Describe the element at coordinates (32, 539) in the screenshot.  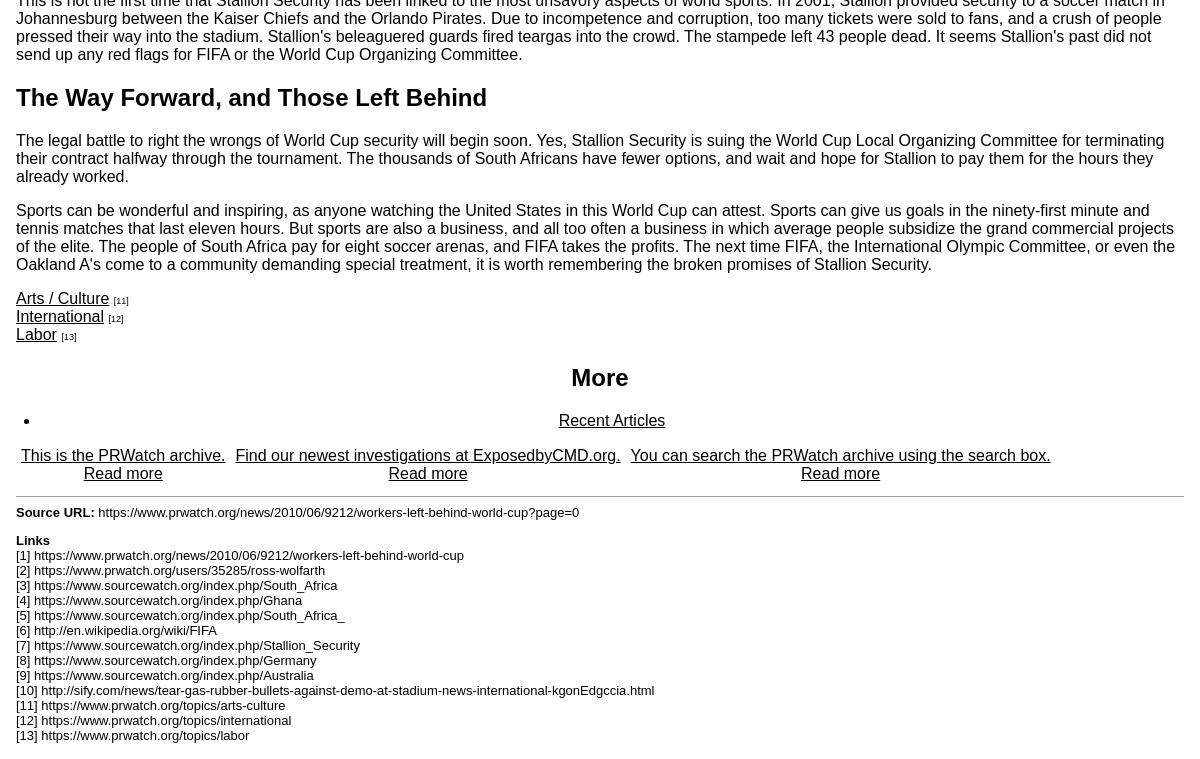
I see `'Links'` at that location.